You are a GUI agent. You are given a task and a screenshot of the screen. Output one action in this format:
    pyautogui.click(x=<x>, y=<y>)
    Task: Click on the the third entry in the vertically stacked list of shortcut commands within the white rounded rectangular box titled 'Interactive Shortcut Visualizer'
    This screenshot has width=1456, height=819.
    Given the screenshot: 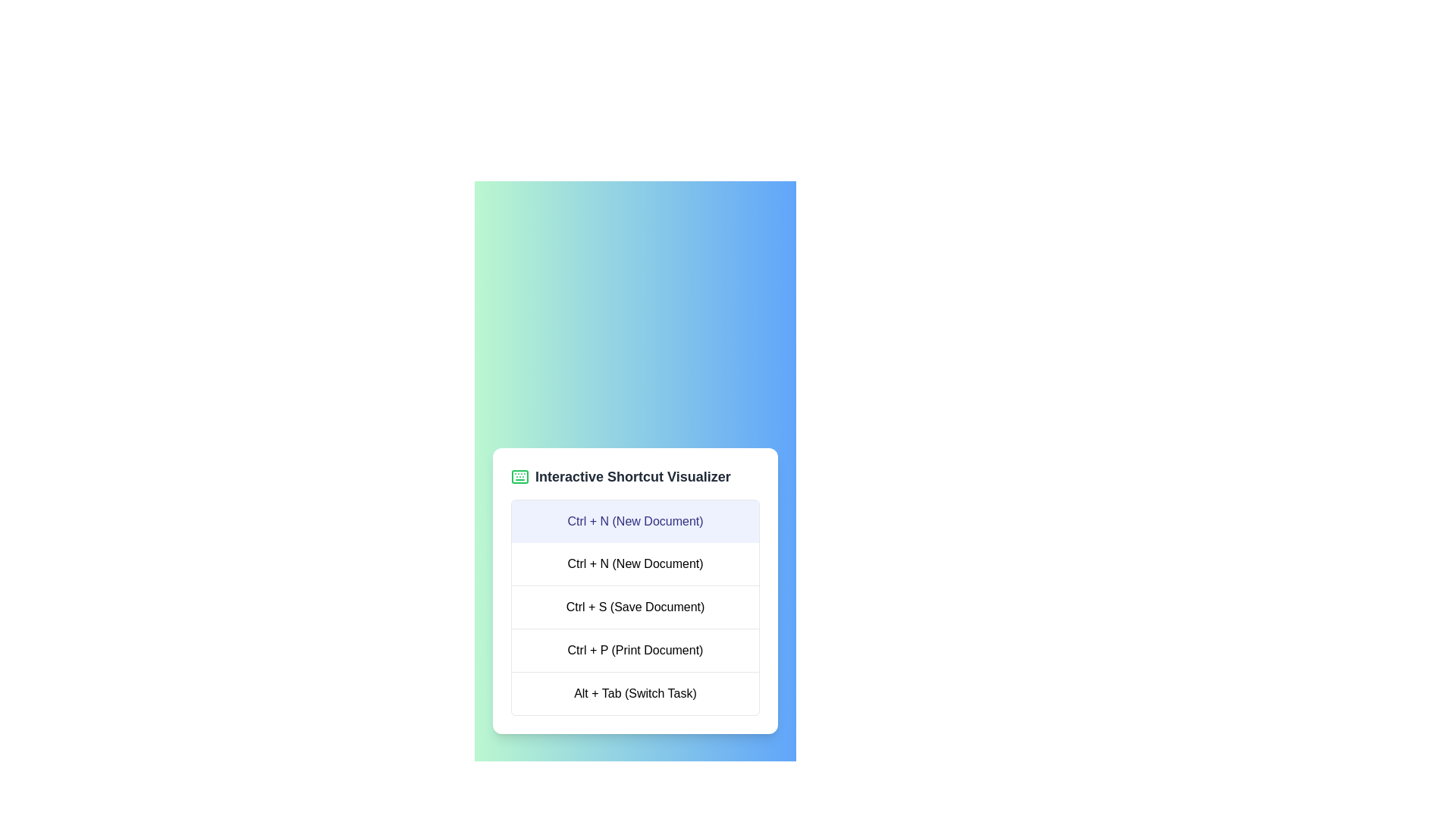 What is the action you would take?
    pyautogui.click(x=635, y=590)
    